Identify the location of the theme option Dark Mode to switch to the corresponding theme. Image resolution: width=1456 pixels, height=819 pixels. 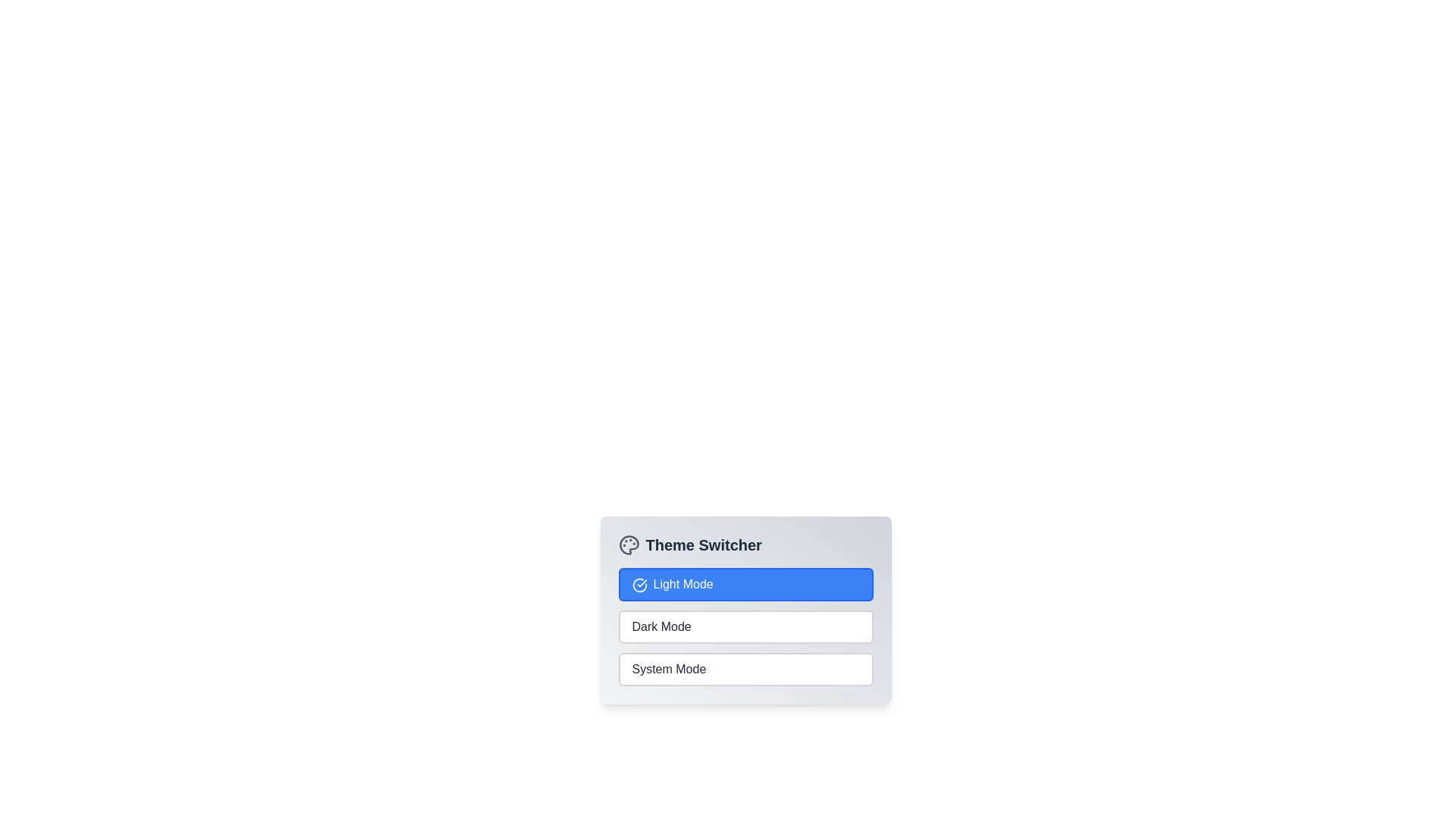
(745, 626).